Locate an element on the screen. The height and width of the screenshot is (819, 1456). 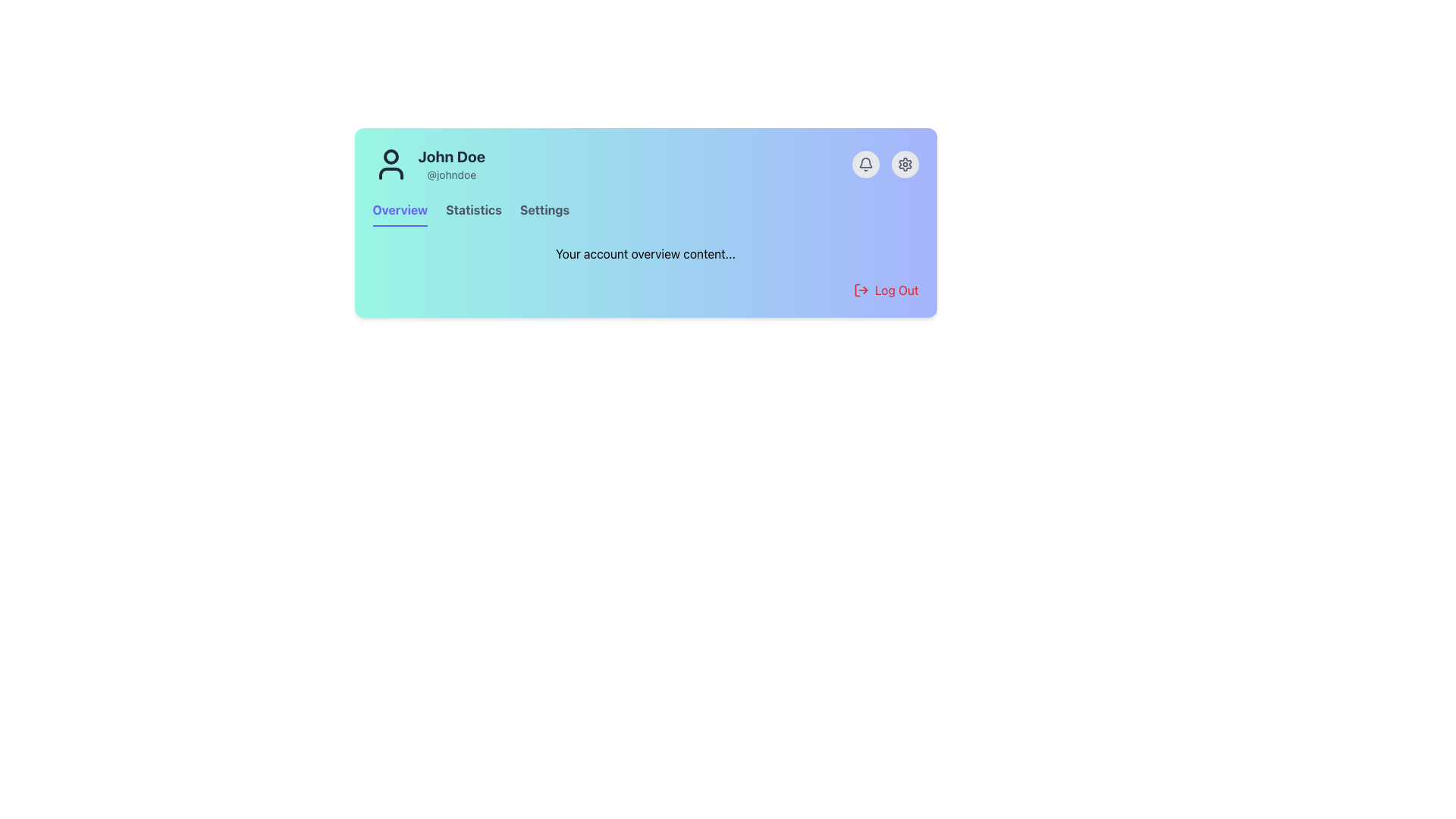
the user profile icon, which is a dark gray silhouette of a person located at the top left corner of the card, aligned with the user's display name and username is located at coordinates (391, 164).